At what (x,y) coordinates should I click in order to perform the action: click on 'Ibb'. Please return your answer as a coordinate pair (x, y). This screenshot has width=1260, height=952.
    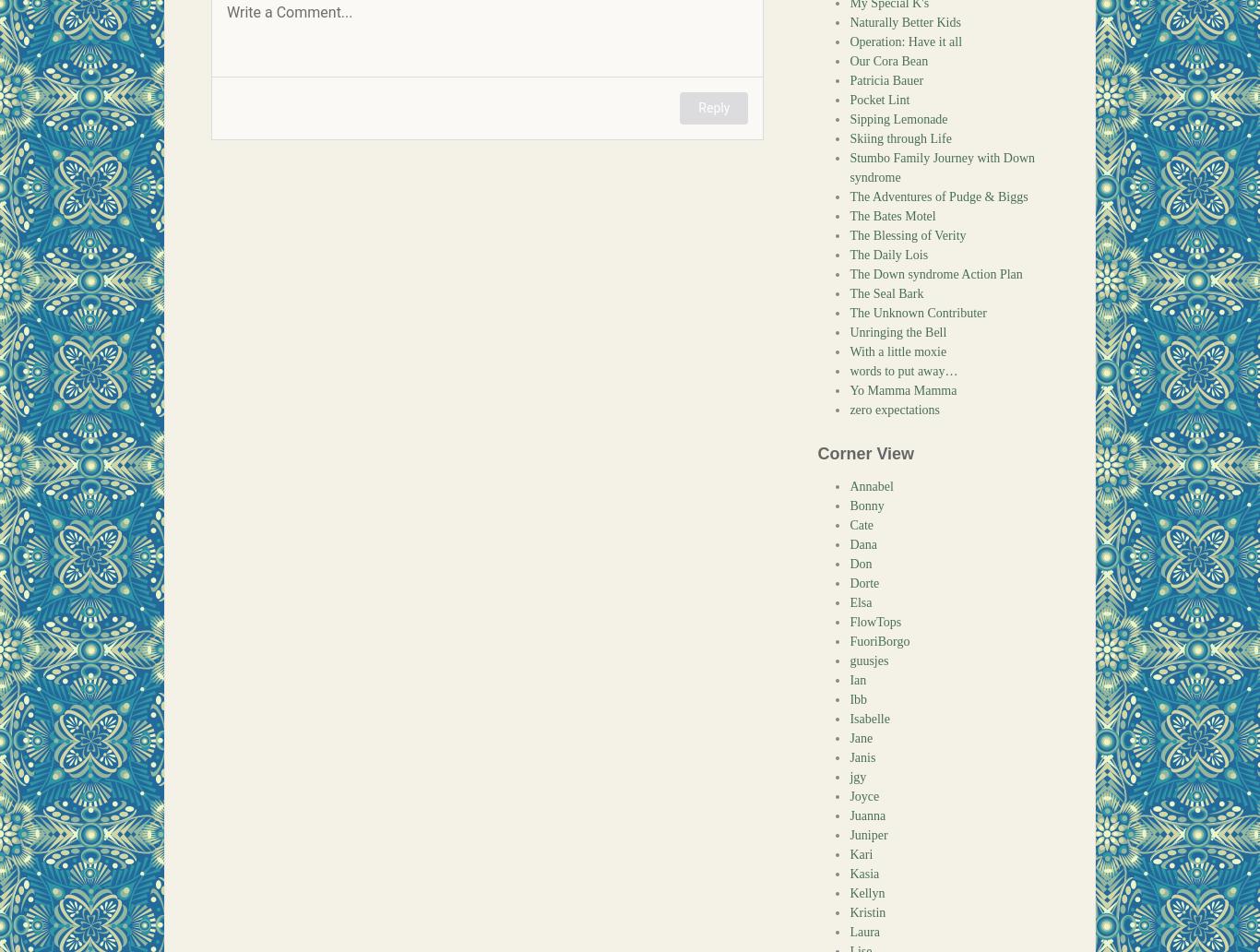
    Looking at the image, I should click on (858, 698).